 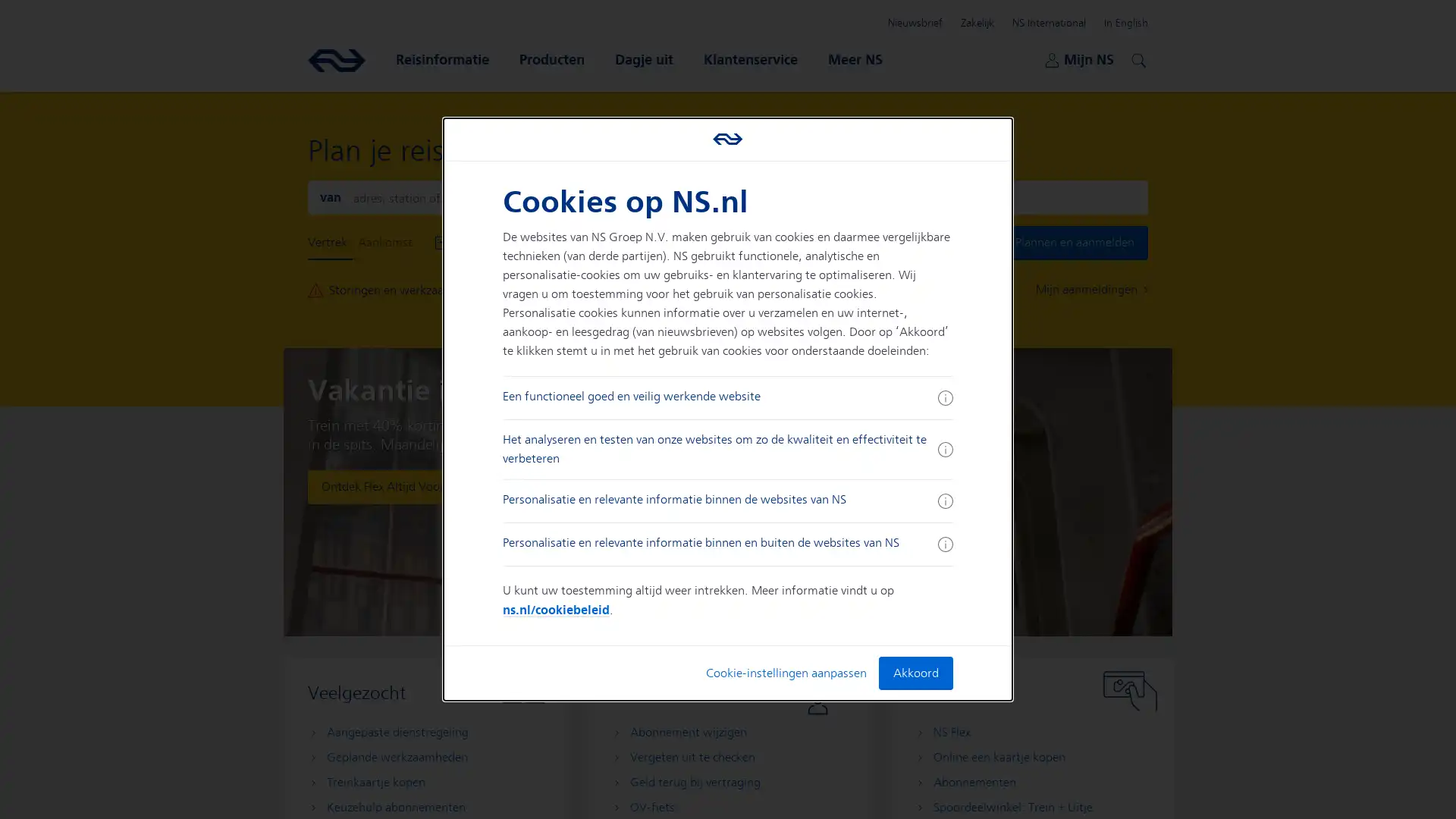 I want to click on Meer informatie ingeklapt, so click(x=944, y=449).